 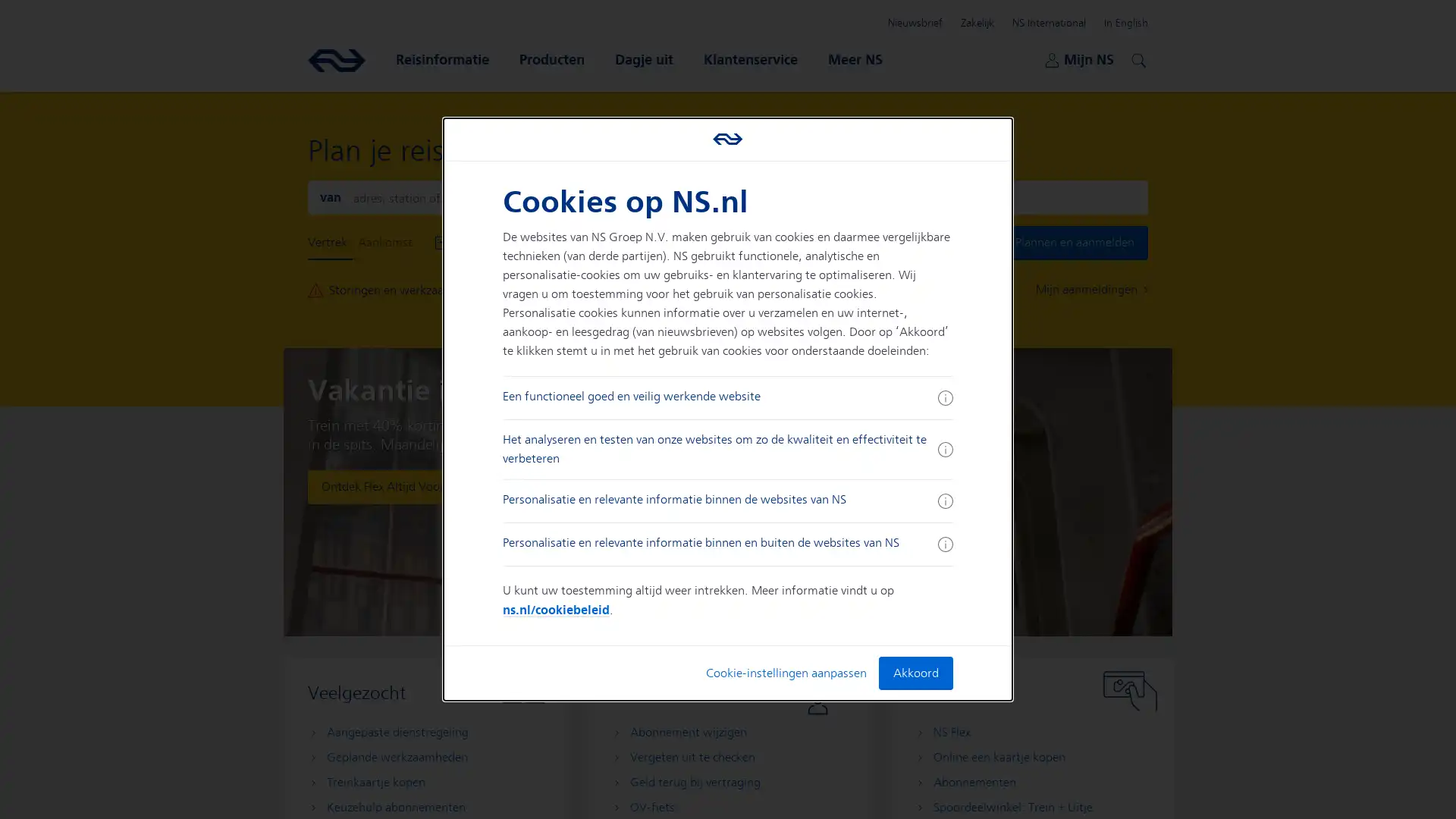 I want to click on Meer informatie ingeklapt, so click(x=944, y=449).